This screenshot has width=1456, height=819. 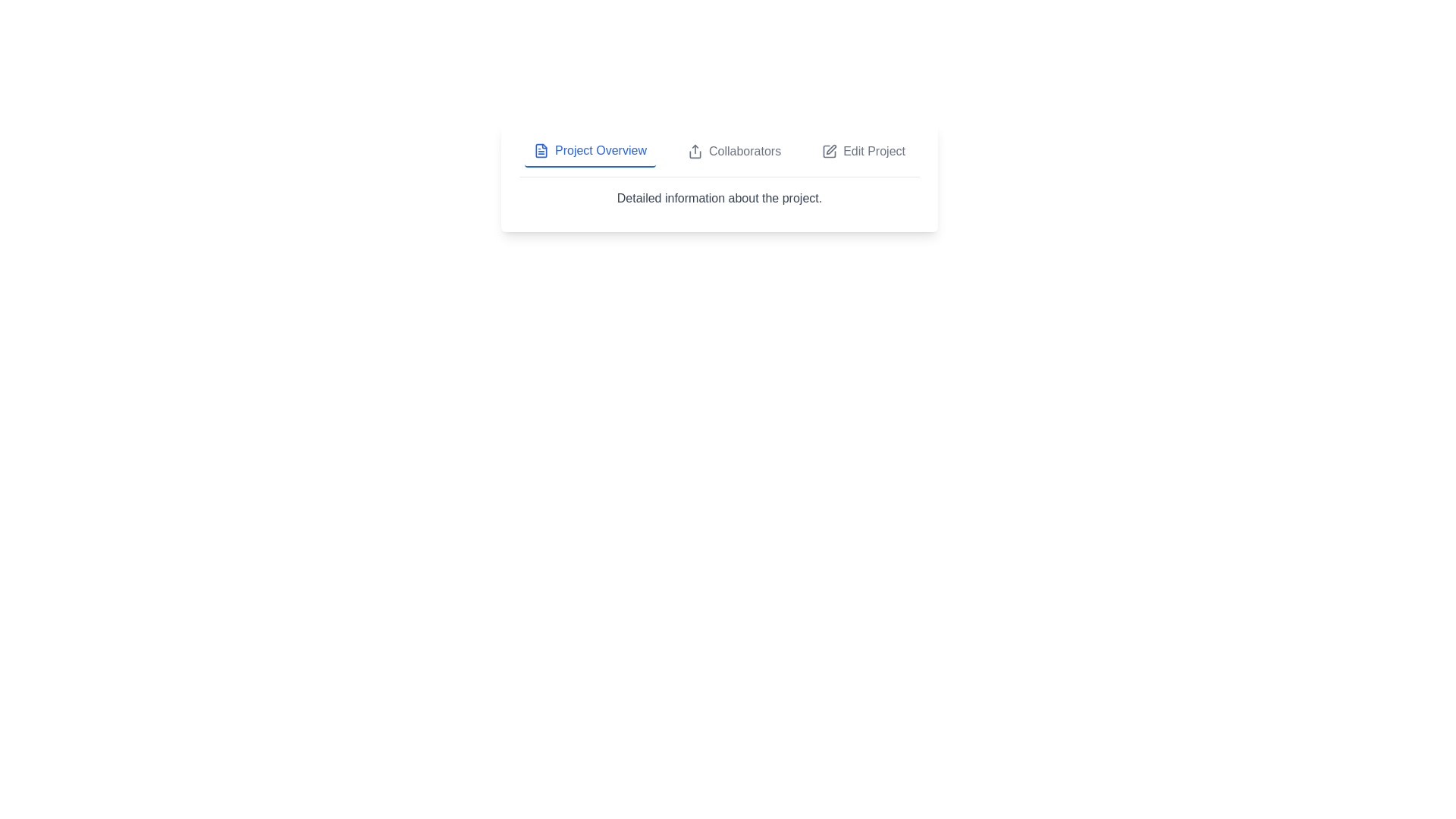 What do you see at coordinates (734, 152) in the screenshot?
I see `the Collaborators tab to view its content` at bounding box center [734, 152].